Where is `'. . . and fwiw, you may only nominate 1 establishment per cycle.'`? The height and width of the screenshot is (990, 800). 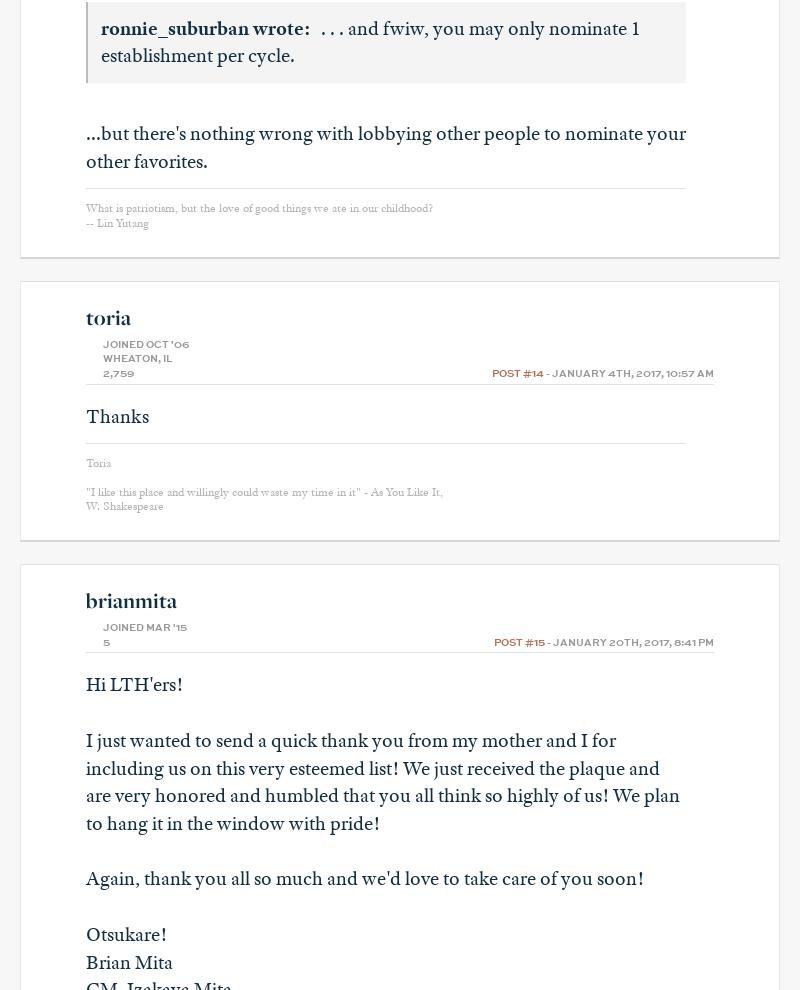
'. . . and fwiw, you may only nominate 1 establishment per cycle.' is located at coordinates (100, 40).